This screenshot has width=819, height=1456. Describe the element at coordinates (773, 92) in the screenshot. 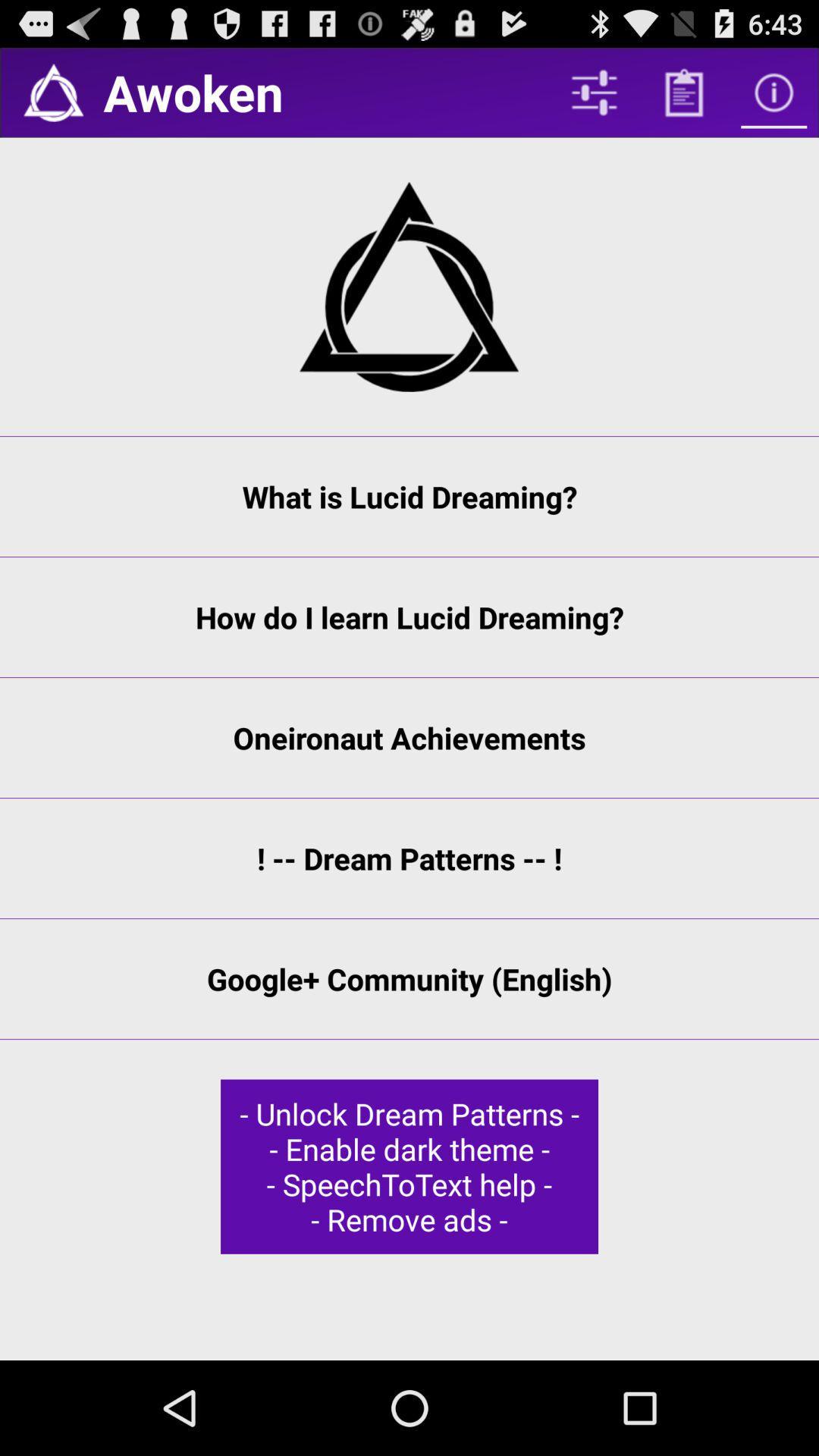

I see `more information` at that location.